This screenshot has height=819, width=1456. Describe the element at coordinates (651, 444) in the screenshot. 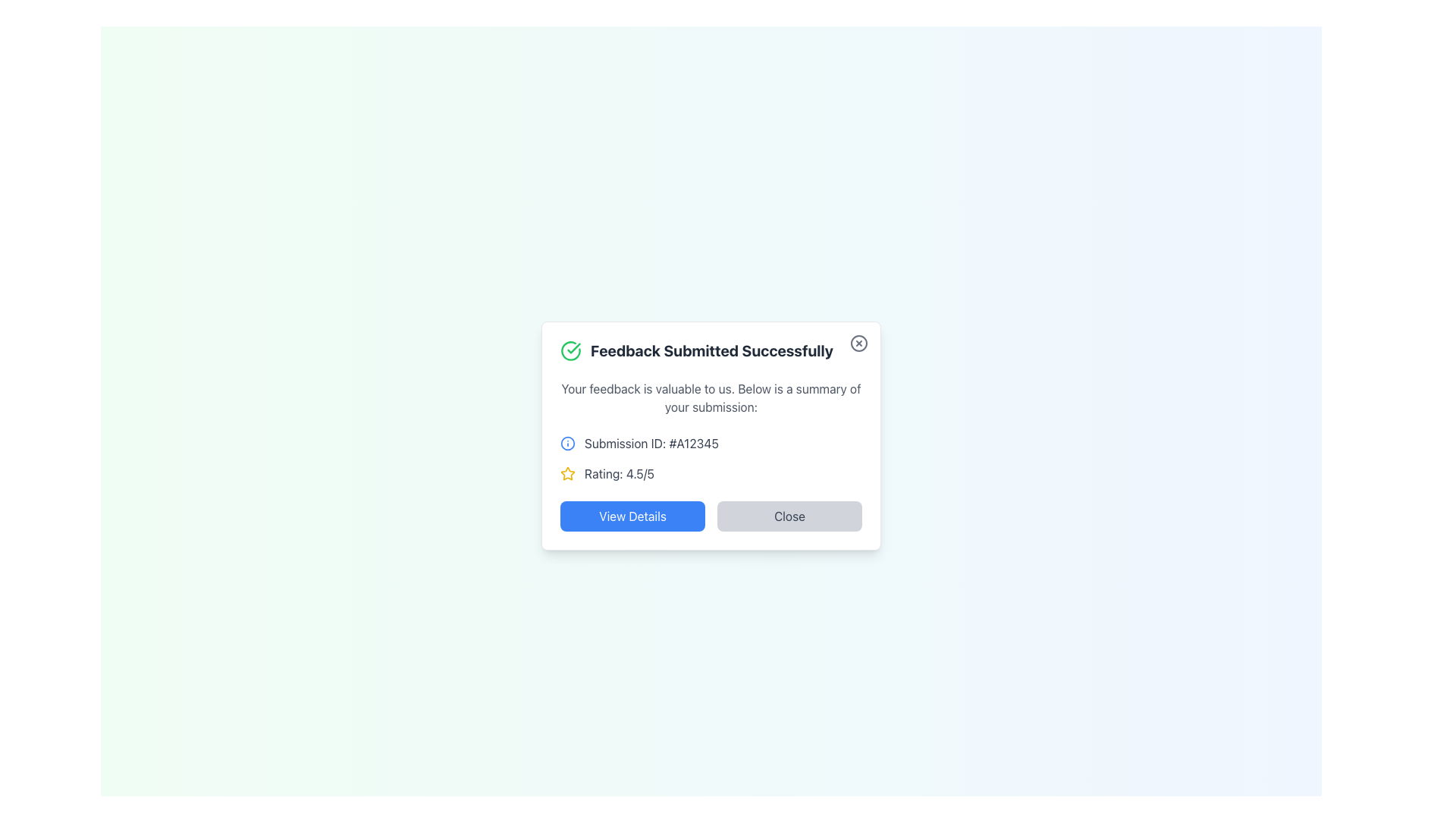

I see `the static text label that displays the submission identifier, located in the informational section of the feedback dialog, to the right of the information symbol` at that location.